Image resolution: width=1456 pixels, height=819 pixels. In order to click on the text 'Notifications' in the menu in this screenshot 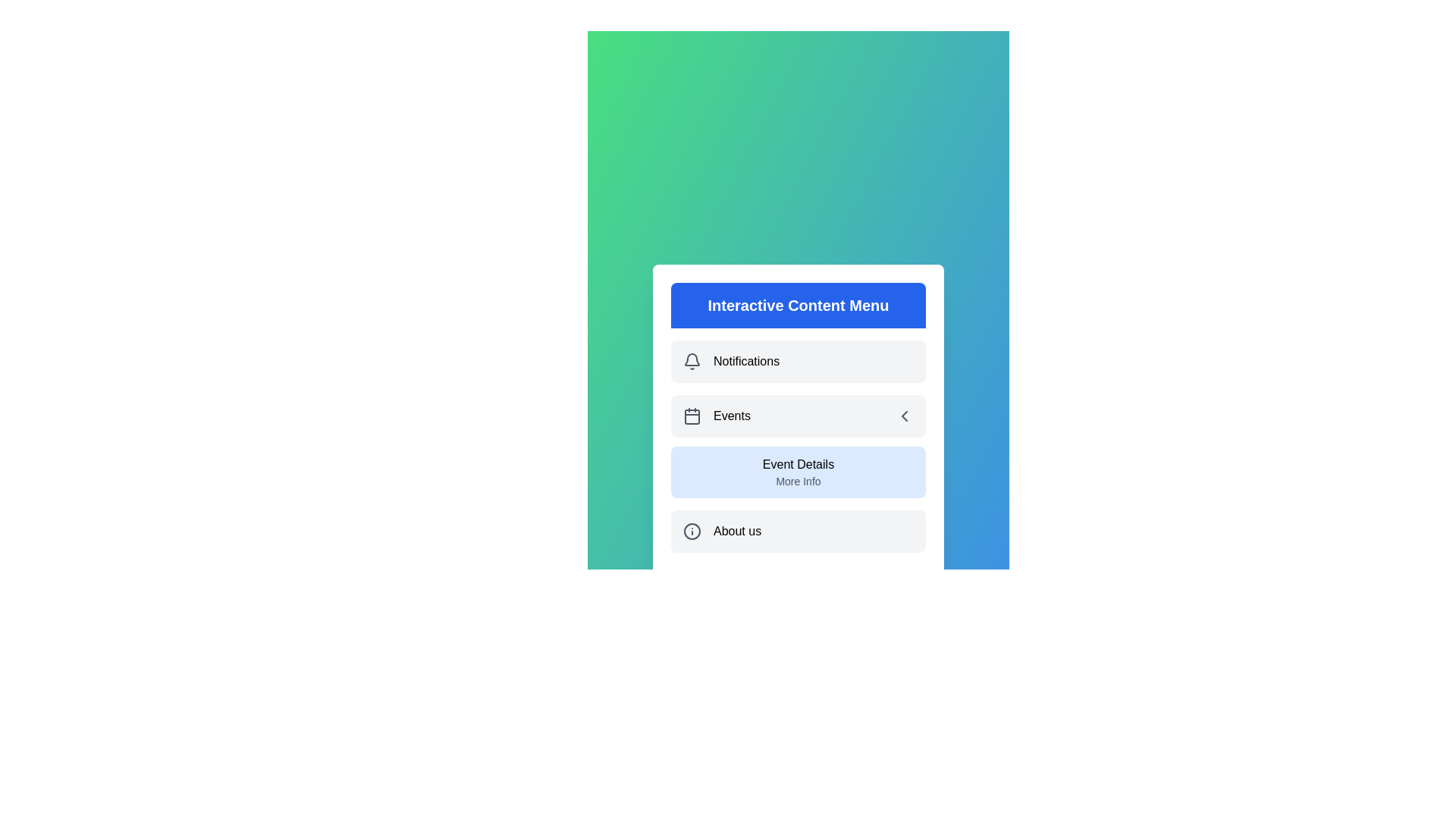, I will do `click(797, 362)`.